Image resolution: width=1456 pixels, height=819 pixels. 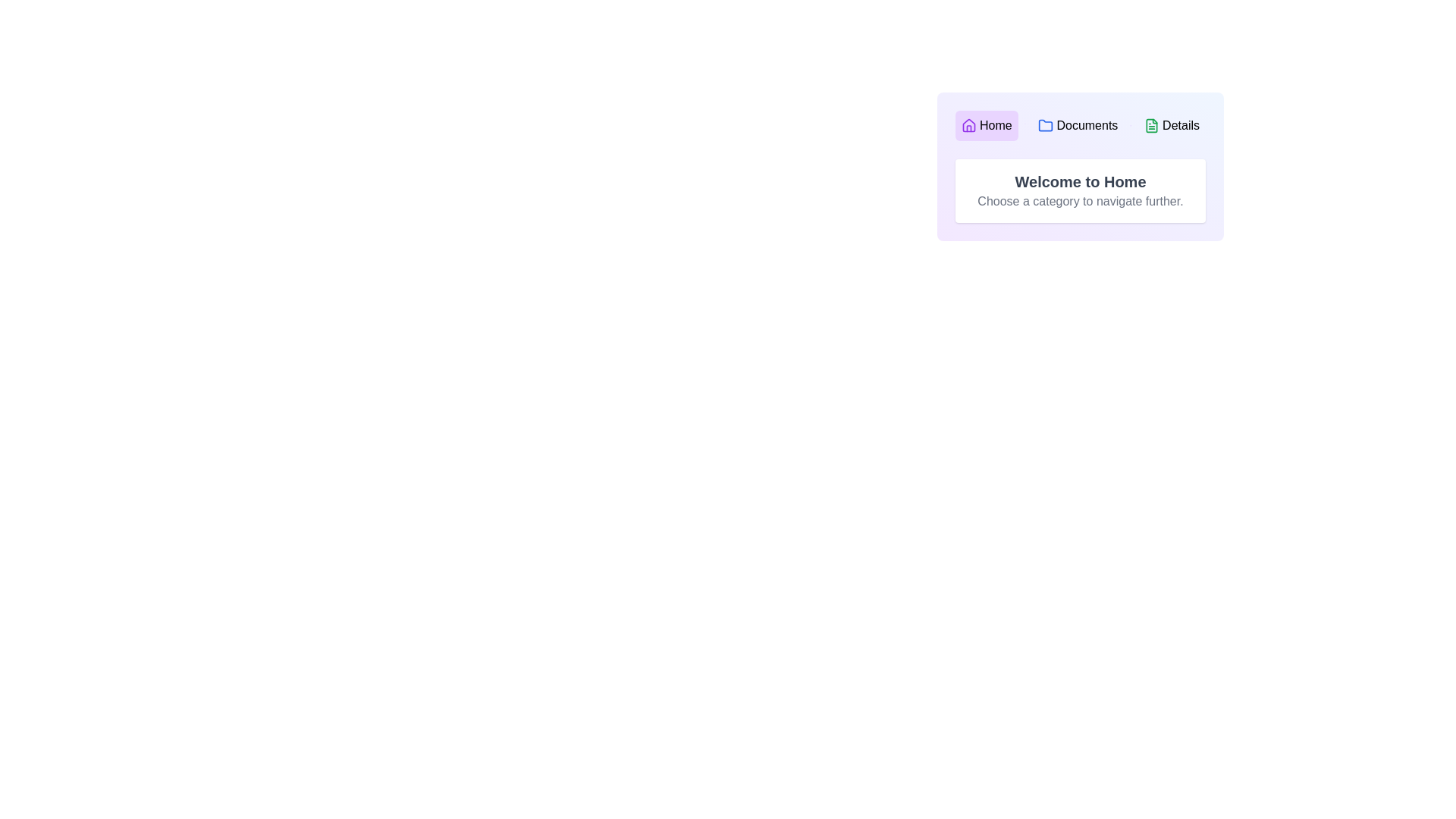 I want to click on the text label that displays 'Welcome to Home' in bold, larger size, and dark gray color, positioned above the category navigation text and below the navigational tabs, so click(x=1080, y=180).